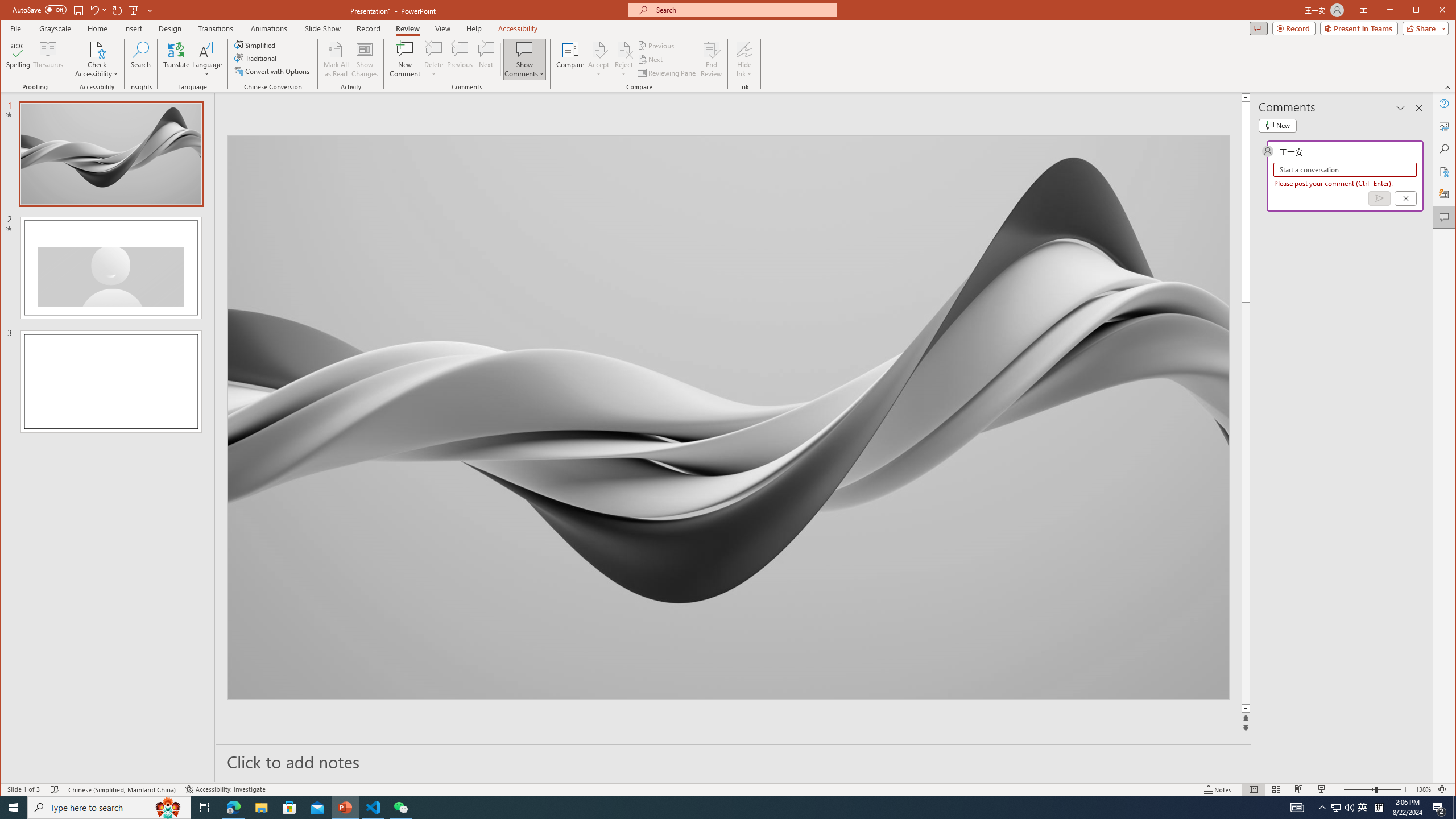 The width and height of the screenshot is (1456, 819). What do you see at coordinates (1379, 198) in the screenshot?
I see `'Post comment (Ctrl + Enter)'` at bounding box center [1379, 198].